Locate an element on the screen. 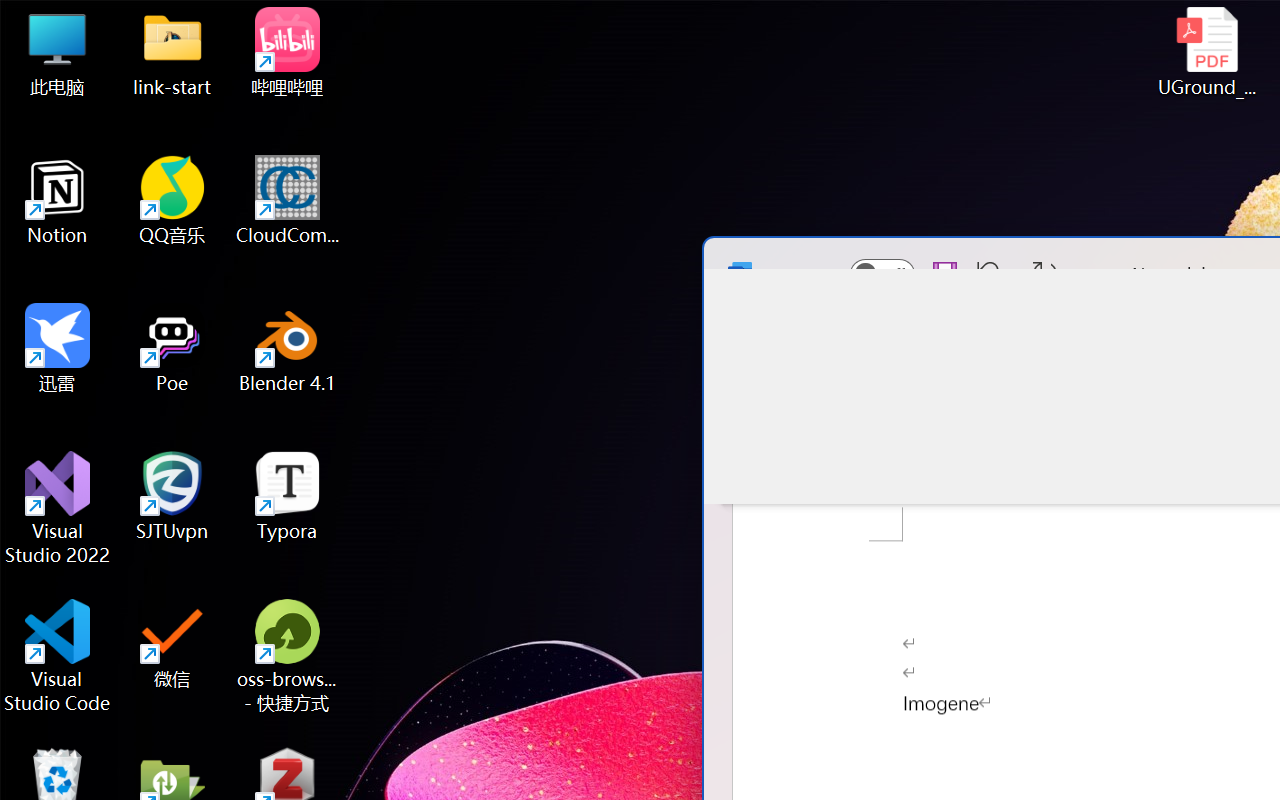 This screenshot has width=1280, height=800. 'Repeat Paragraph Formatting' is located at coordinates (1044, 273).